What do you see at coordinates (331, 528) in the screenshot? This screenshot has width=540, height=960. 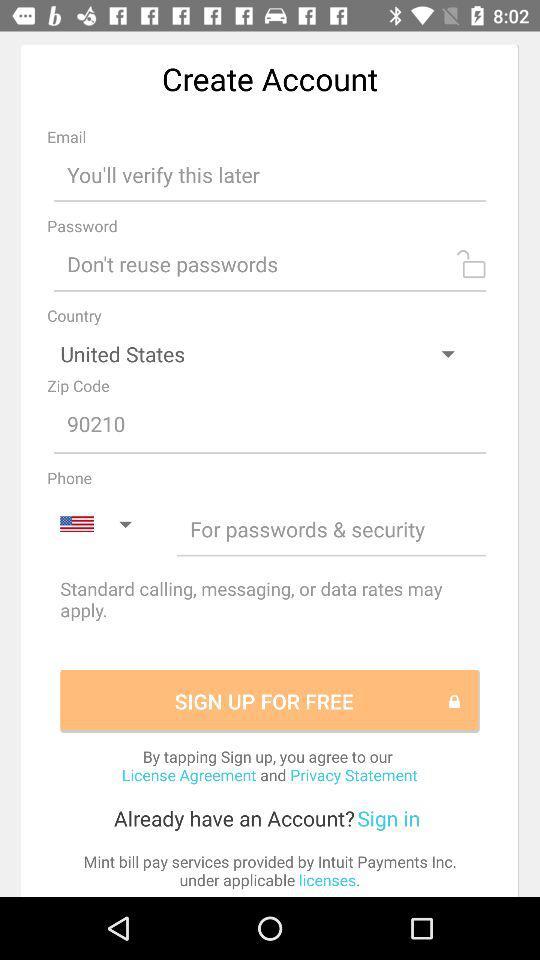 I see `input number space to inform phone number` at bounding box center [331, 528].